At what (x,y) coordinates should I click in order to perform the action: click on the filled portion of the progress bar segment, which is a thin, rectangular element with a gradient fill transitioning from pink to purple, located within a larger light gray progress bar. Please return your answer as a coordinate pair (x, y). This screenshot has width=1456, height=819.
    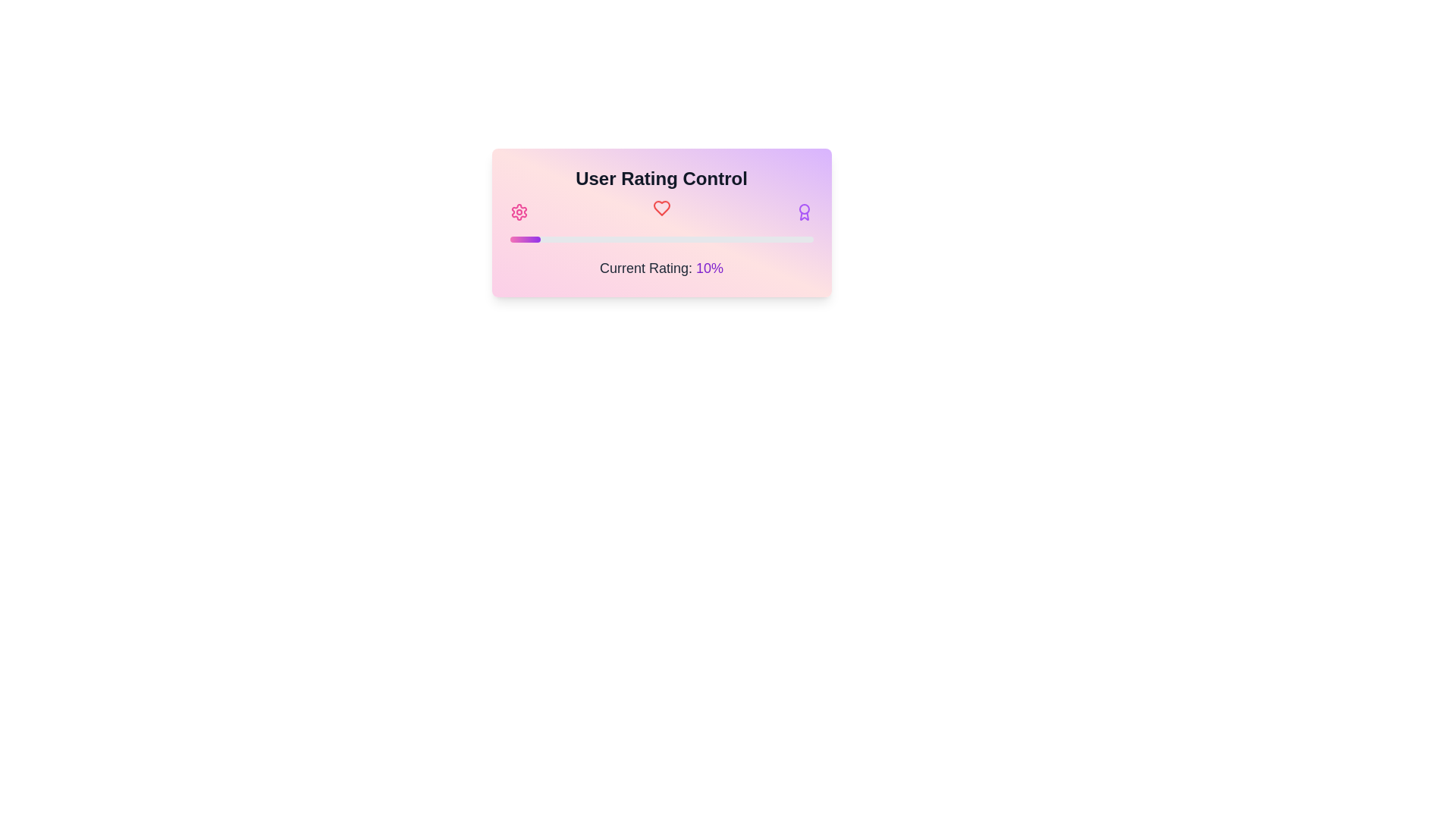
    Looking at the image, I should click on (525, 239).